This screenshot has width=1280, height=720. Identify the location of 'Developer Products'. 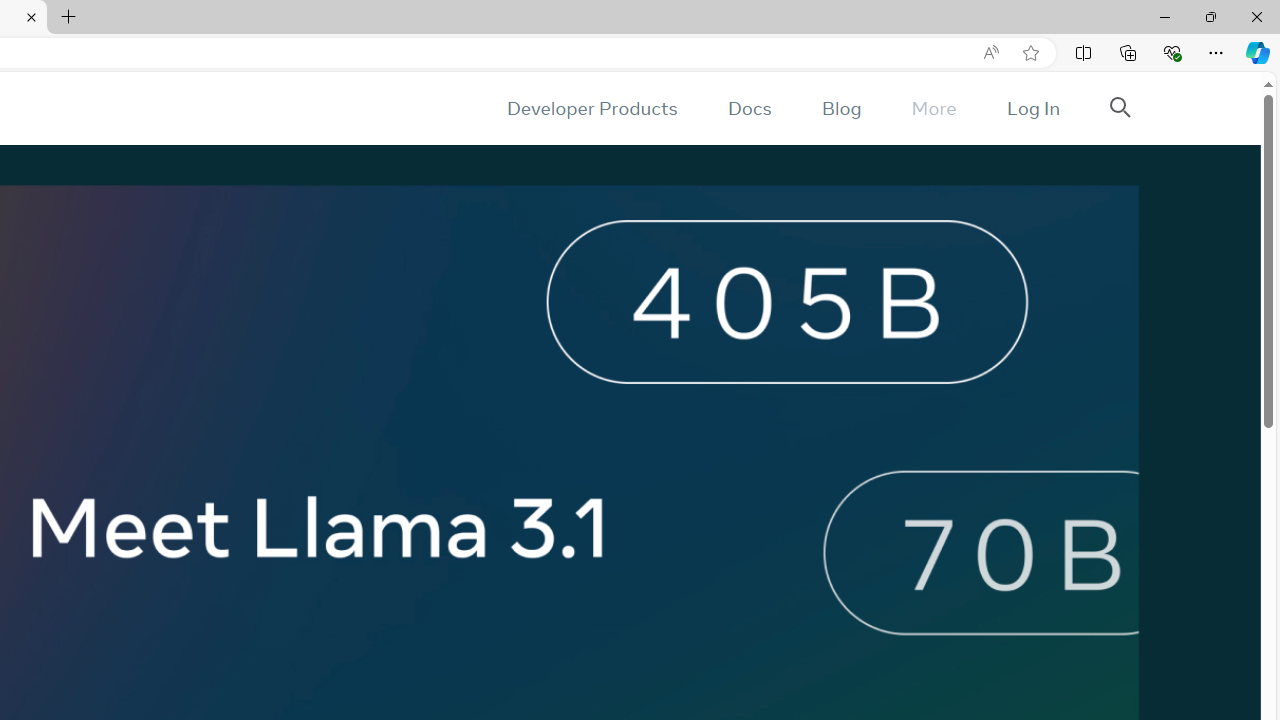
(591, 108).